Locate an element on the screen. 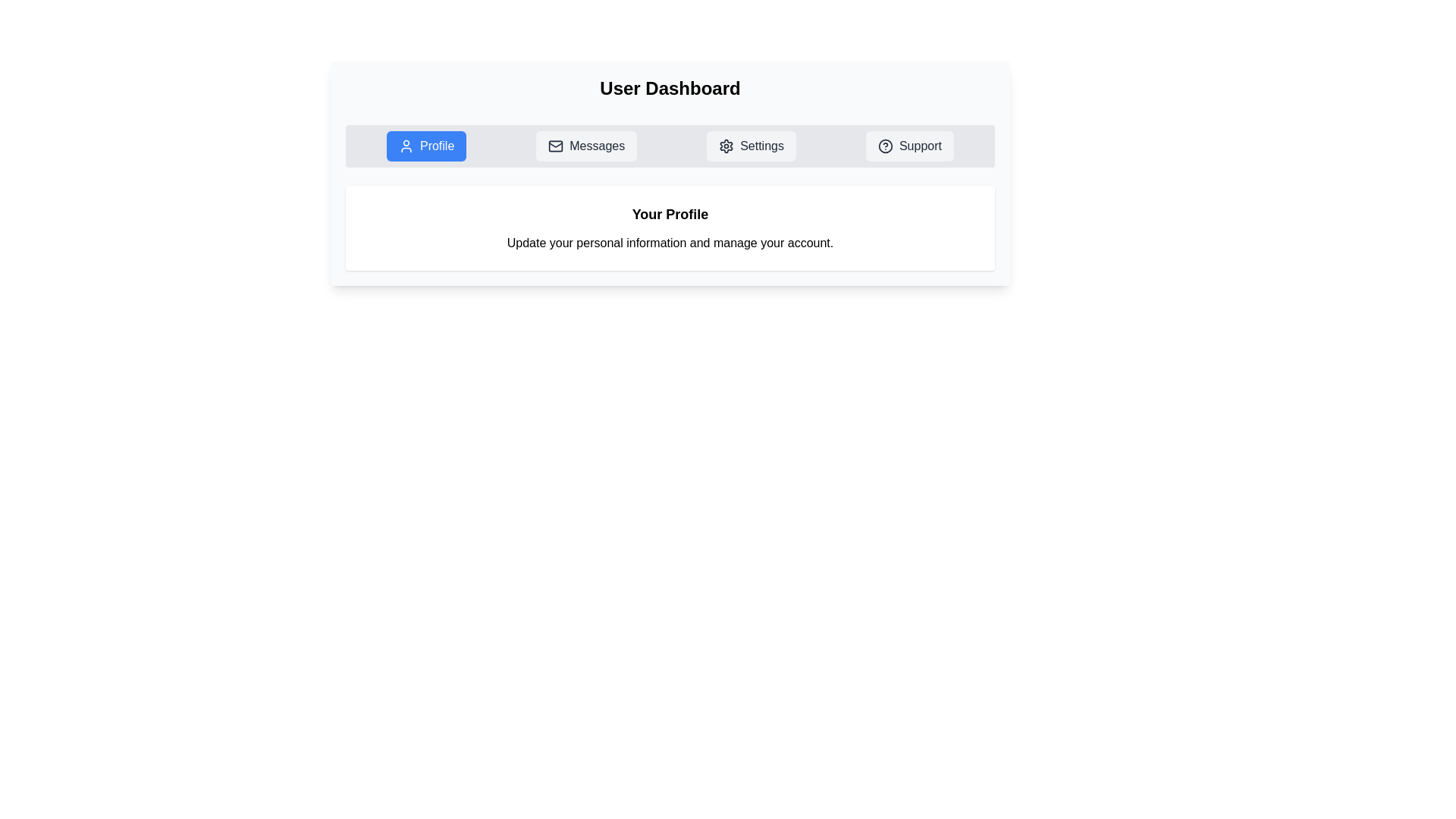  the 'Support' button located in the top-right section of the navigation bar, which has a light gray background and features a question mark icon is located at coordinates (910, 146).